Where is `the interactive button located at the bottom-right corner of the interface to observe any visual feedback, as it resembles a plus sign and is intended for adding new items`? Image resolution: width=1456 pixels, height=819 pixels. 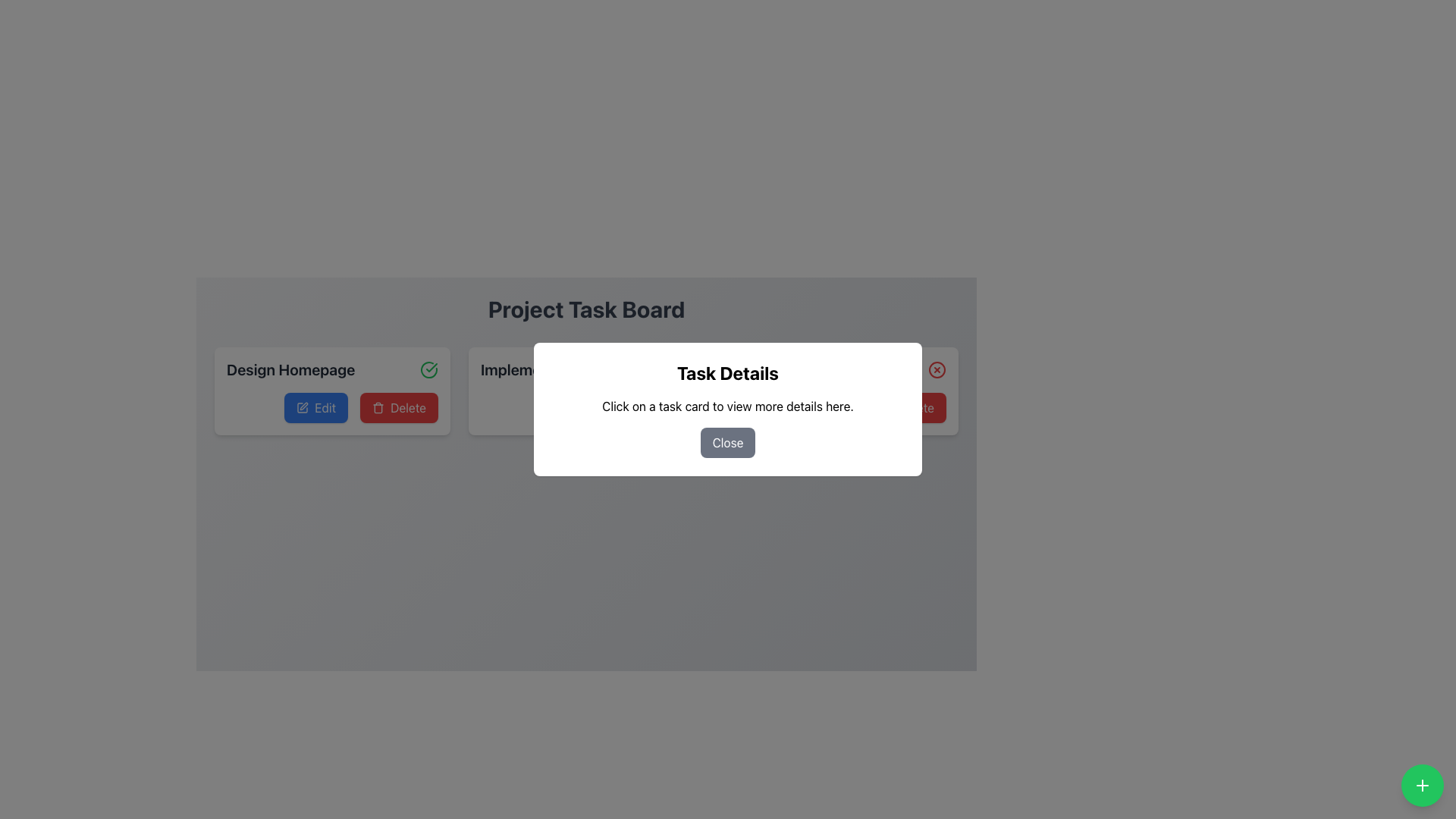 the interactive button located at the bottom-right corner of the interface to observe any visual feedback, as it resembles a plus sign and is intended for adding new items is located at coordinates (1422, 785).